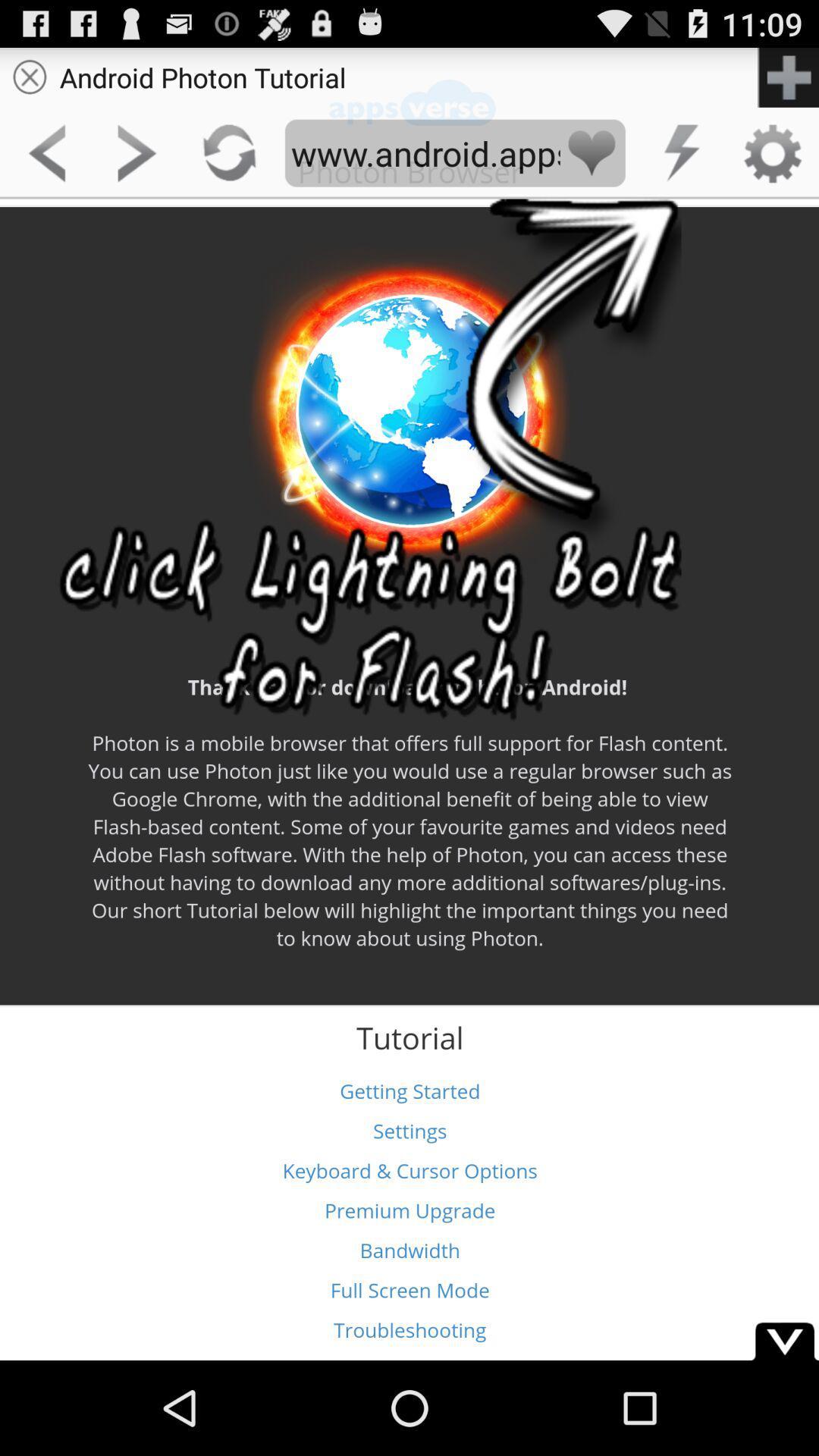 This screenshot has height=1456, width=819. What do you see at coordinates (30, 82) in the screenshot?
I see `the close icon` at bounding box center [30, 82].